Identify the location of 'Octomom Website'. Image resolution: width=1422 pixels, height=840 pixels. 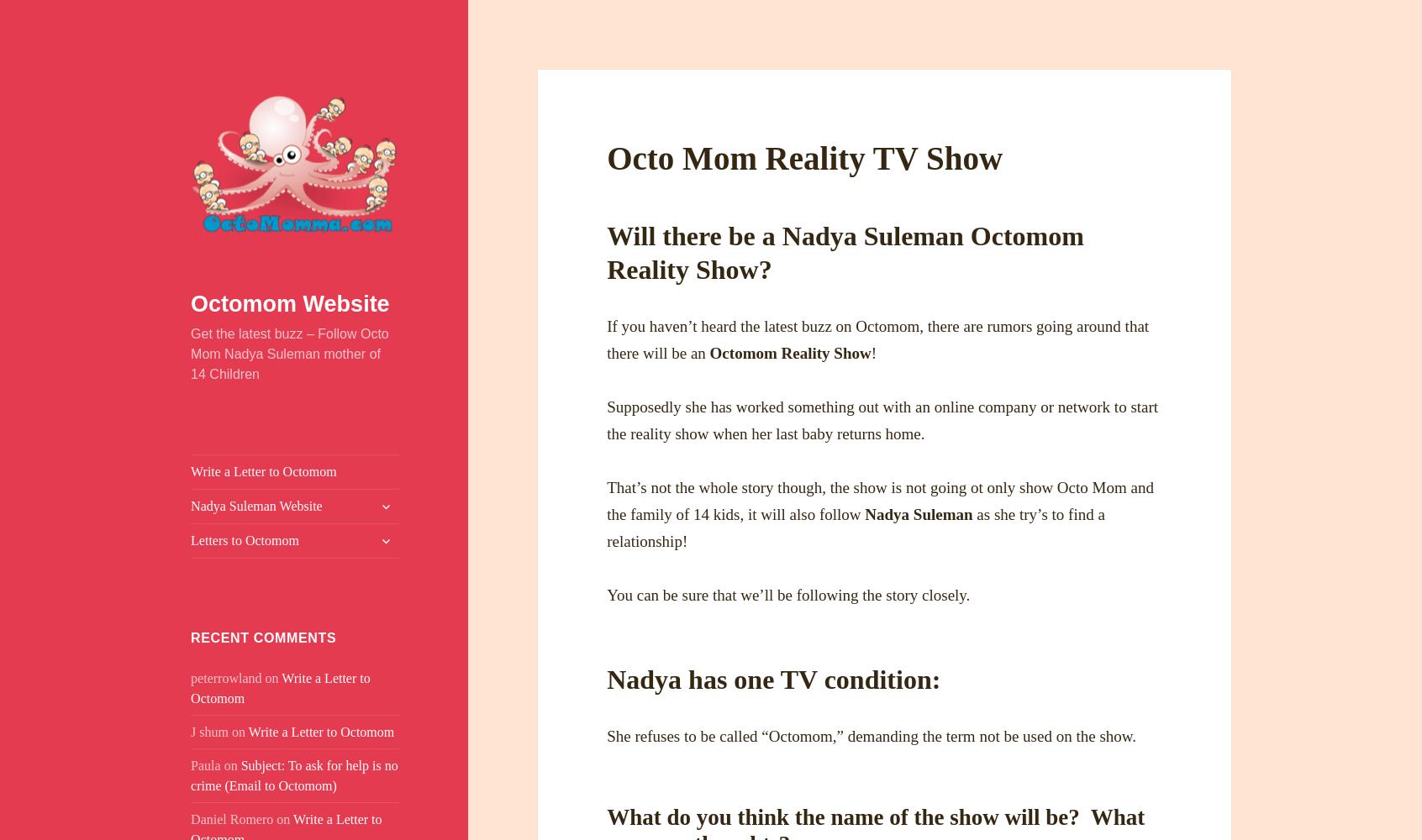
(288, 303).